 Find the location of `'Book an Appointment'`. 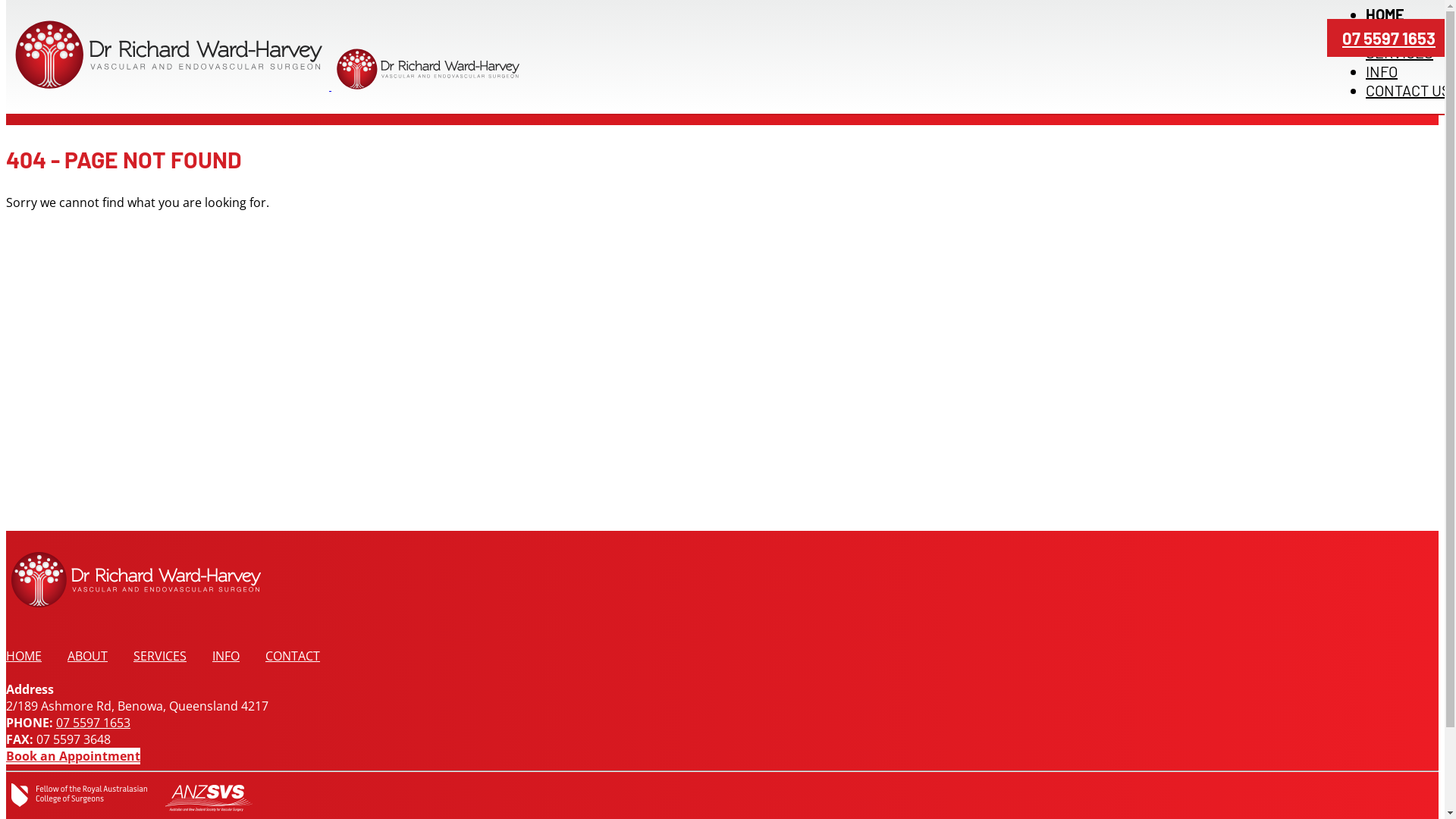

'Book an Appointment' is located at coordinates (72, 755).